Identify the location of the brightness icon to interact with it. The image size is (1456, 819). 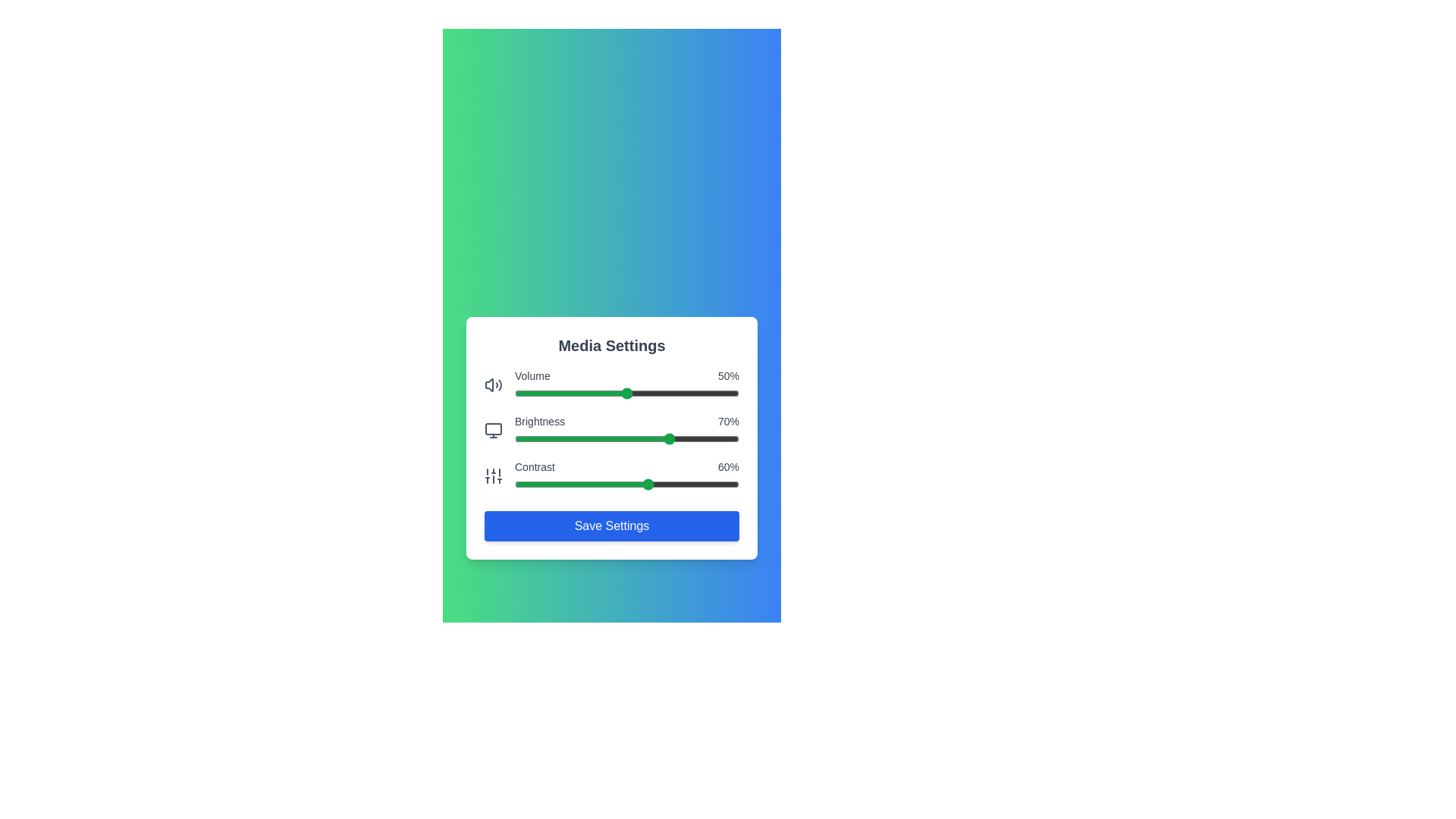
(494, 430).